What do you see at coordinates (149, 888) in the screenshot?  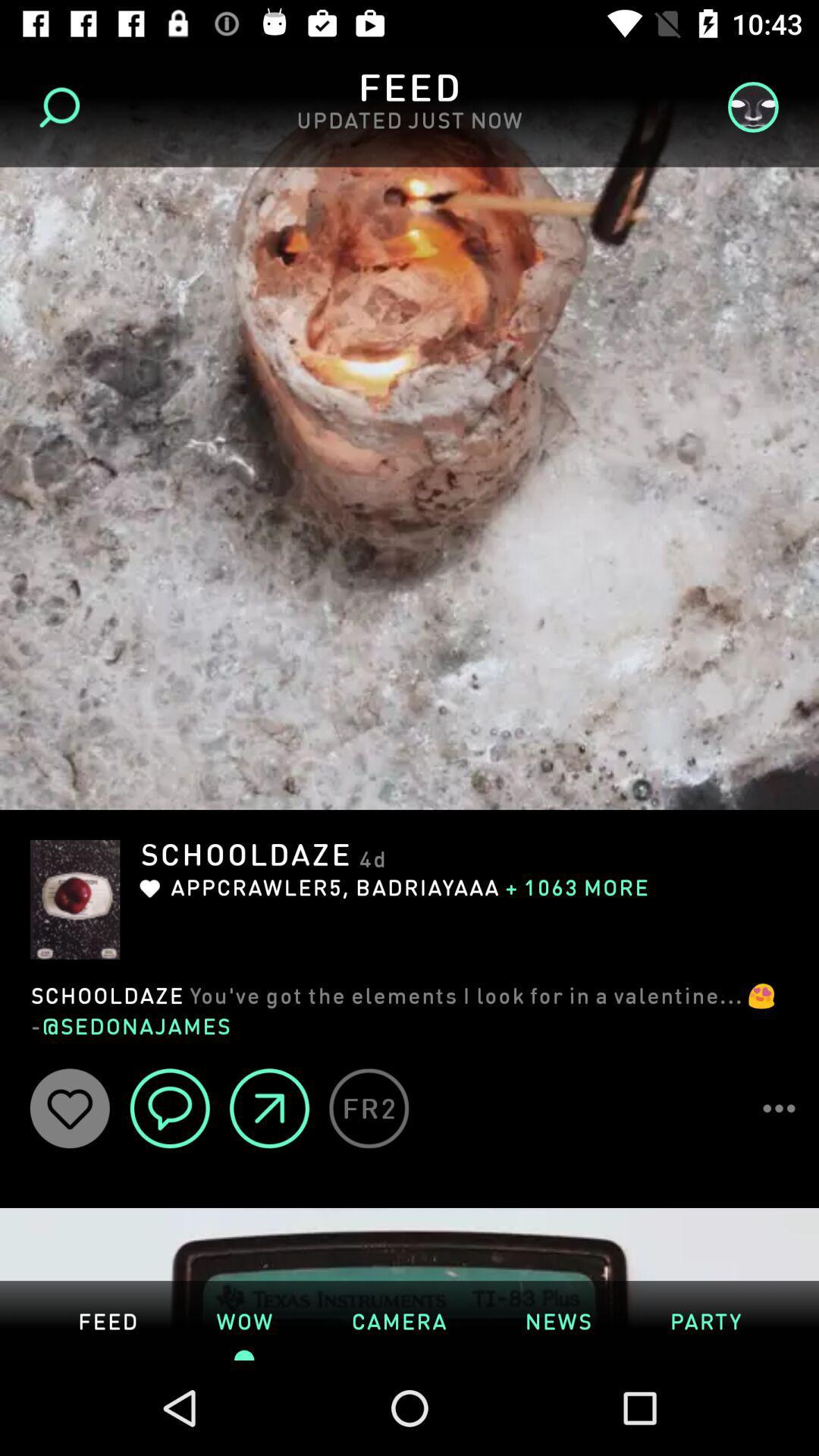 I see `the like button which is under the text schooldaze` at bounding box center [149, 888].